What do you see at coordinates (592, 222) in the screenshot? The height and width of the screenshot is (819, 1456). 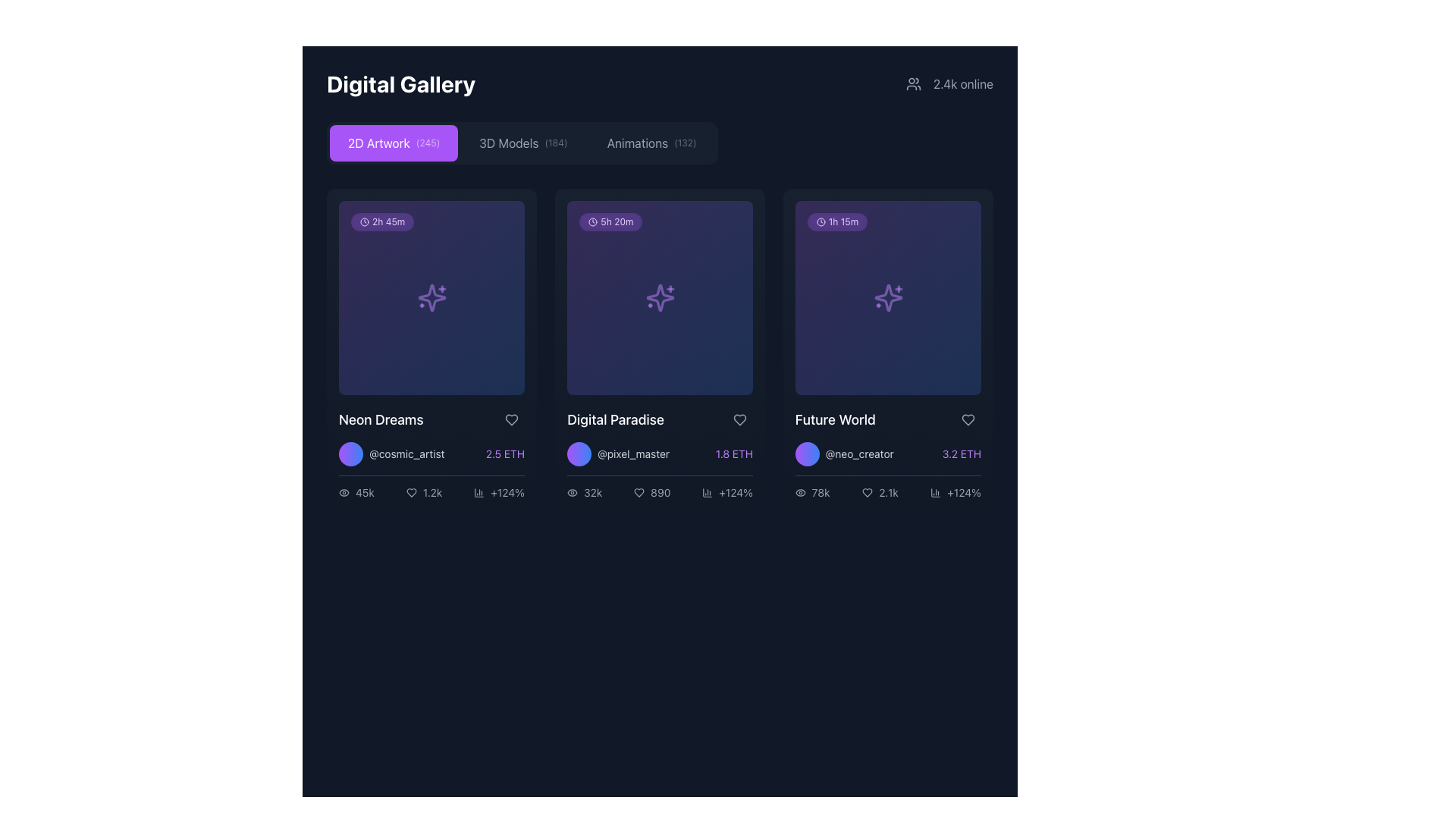 I see `the circular outline of the clock icon located in the top-left section of the 'Digital Paradise' card` at bounding box center [592, 222].